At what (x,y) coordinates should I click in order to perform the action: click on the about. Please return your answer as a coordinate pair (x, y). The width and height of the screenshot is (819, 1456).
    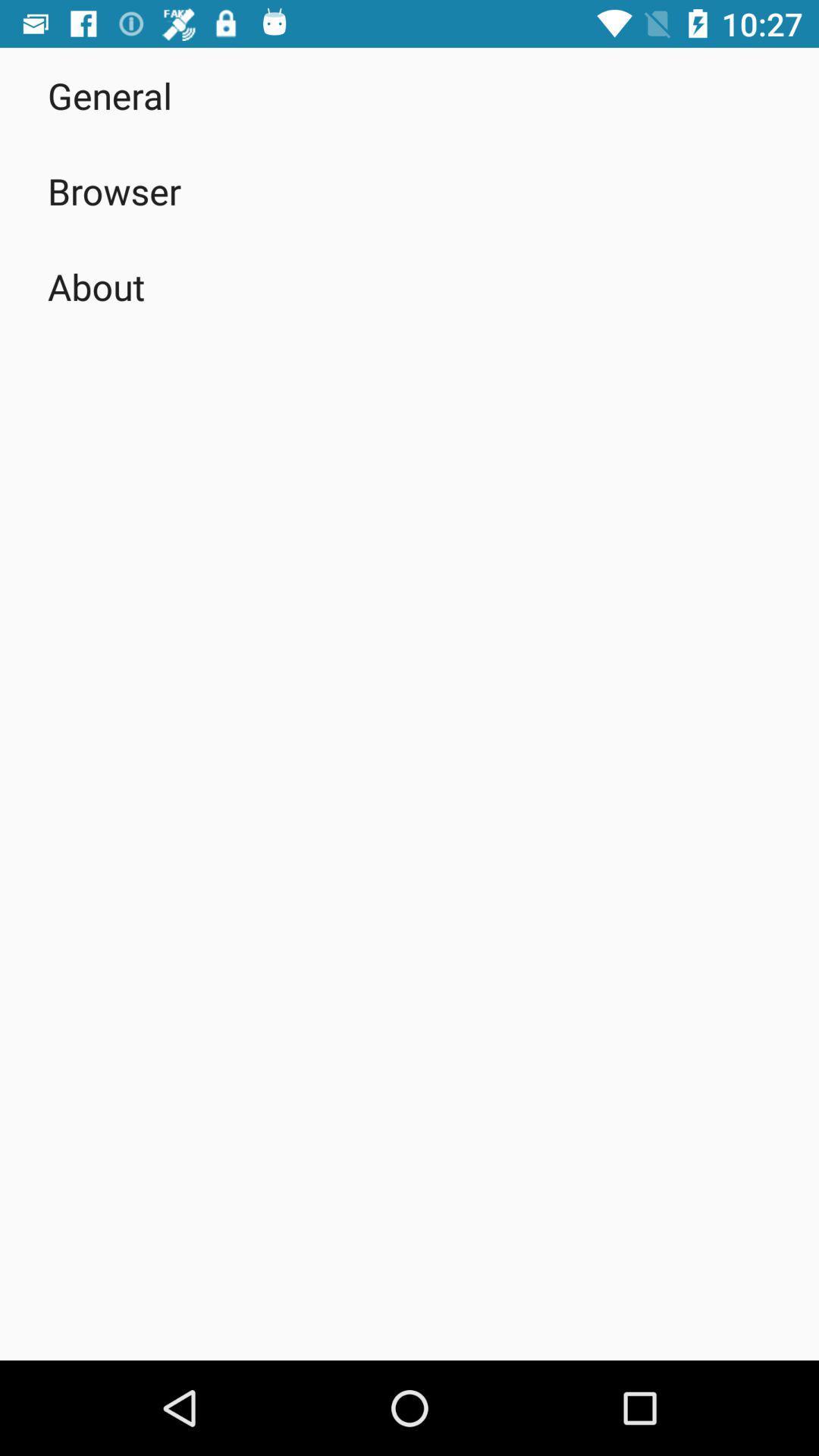
    Looking at the image, I should click on (96, 287).